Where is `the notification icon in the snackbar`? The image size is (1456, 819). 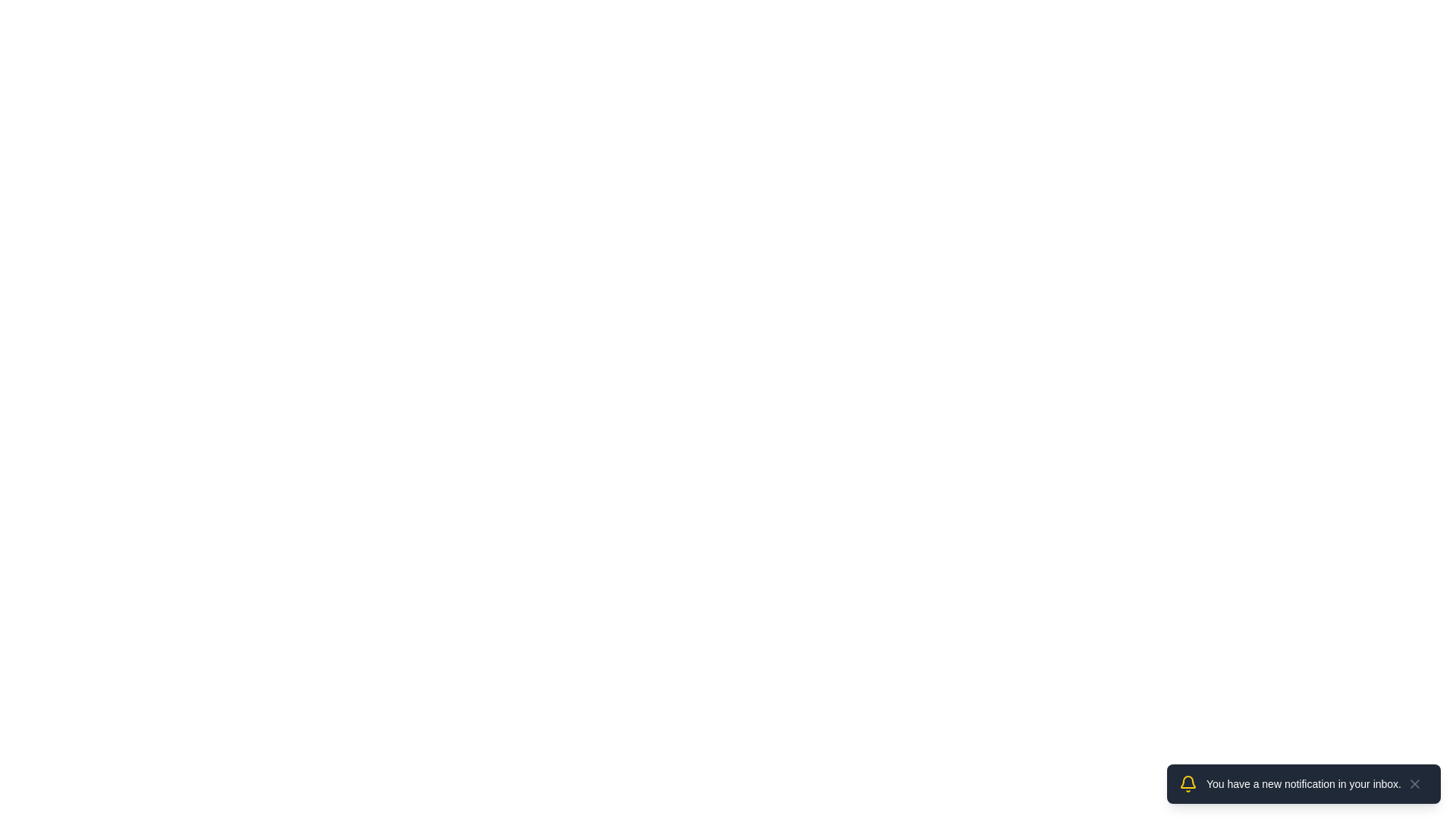
the notification icon in the snackbar is located at coordinates (1186, 783).